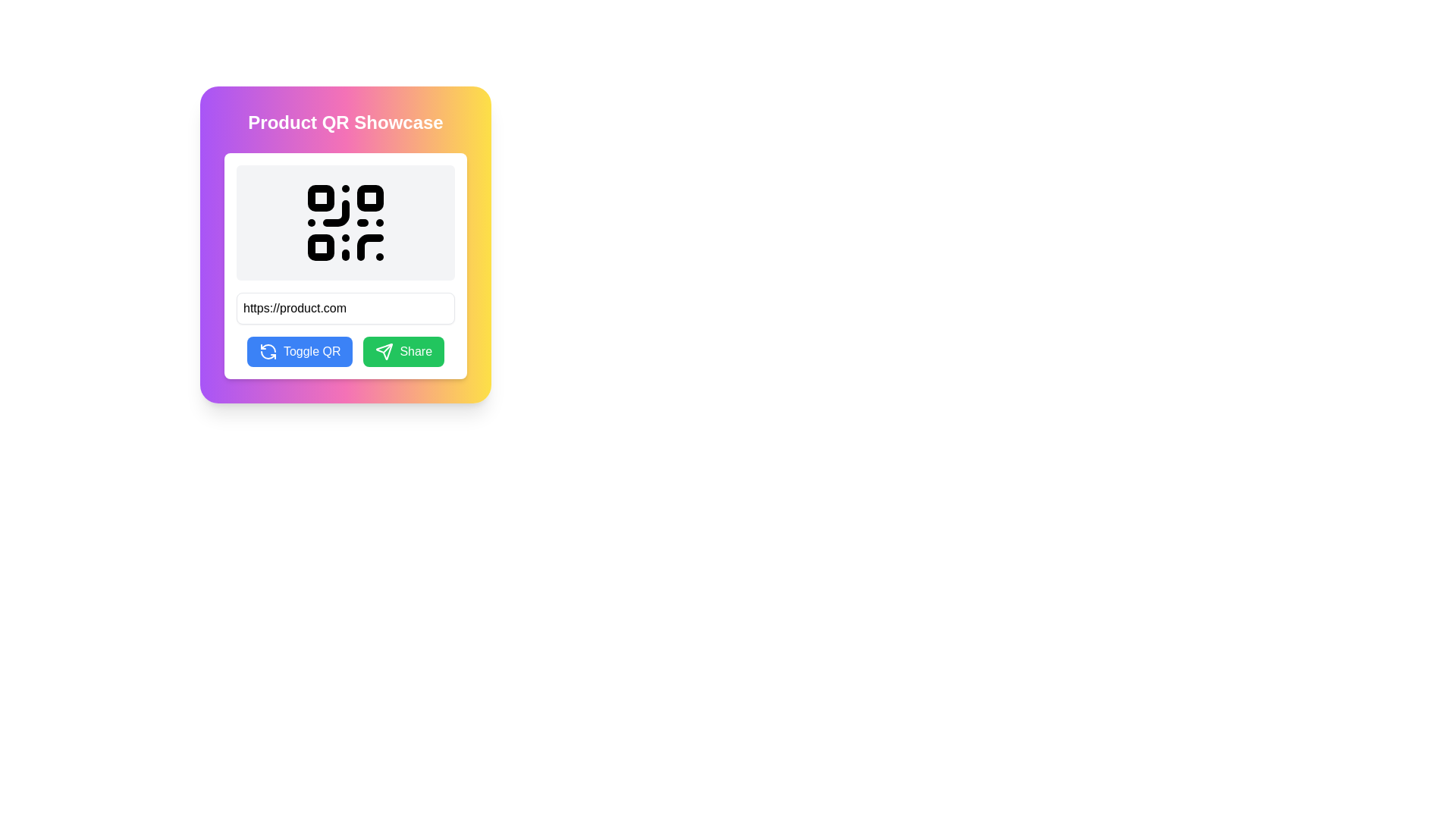  Describe the element at coordinates (384, 351) in the screenshot. I see `the 'Share' icon located in the bottom-right area of the 'Product QR Showcase' box for visual feedback` at that location.